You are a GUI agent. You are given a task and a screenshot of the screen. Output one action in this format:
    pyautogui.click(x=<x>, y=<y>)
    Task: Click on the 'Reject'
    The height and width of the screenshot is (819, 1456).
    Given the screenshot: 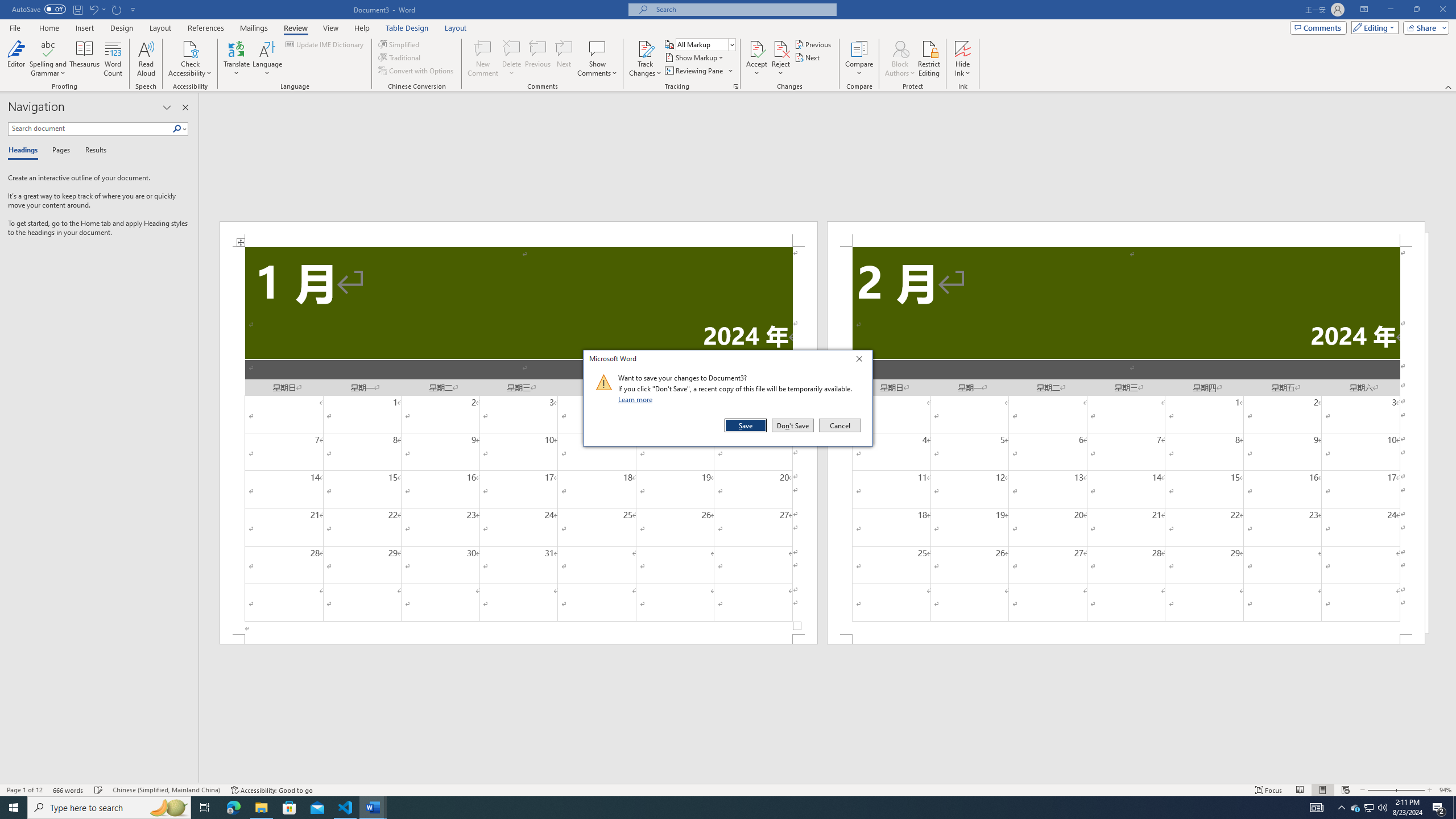 What is the action you would take?
    pyautogui.click(x=781, y=59)
    